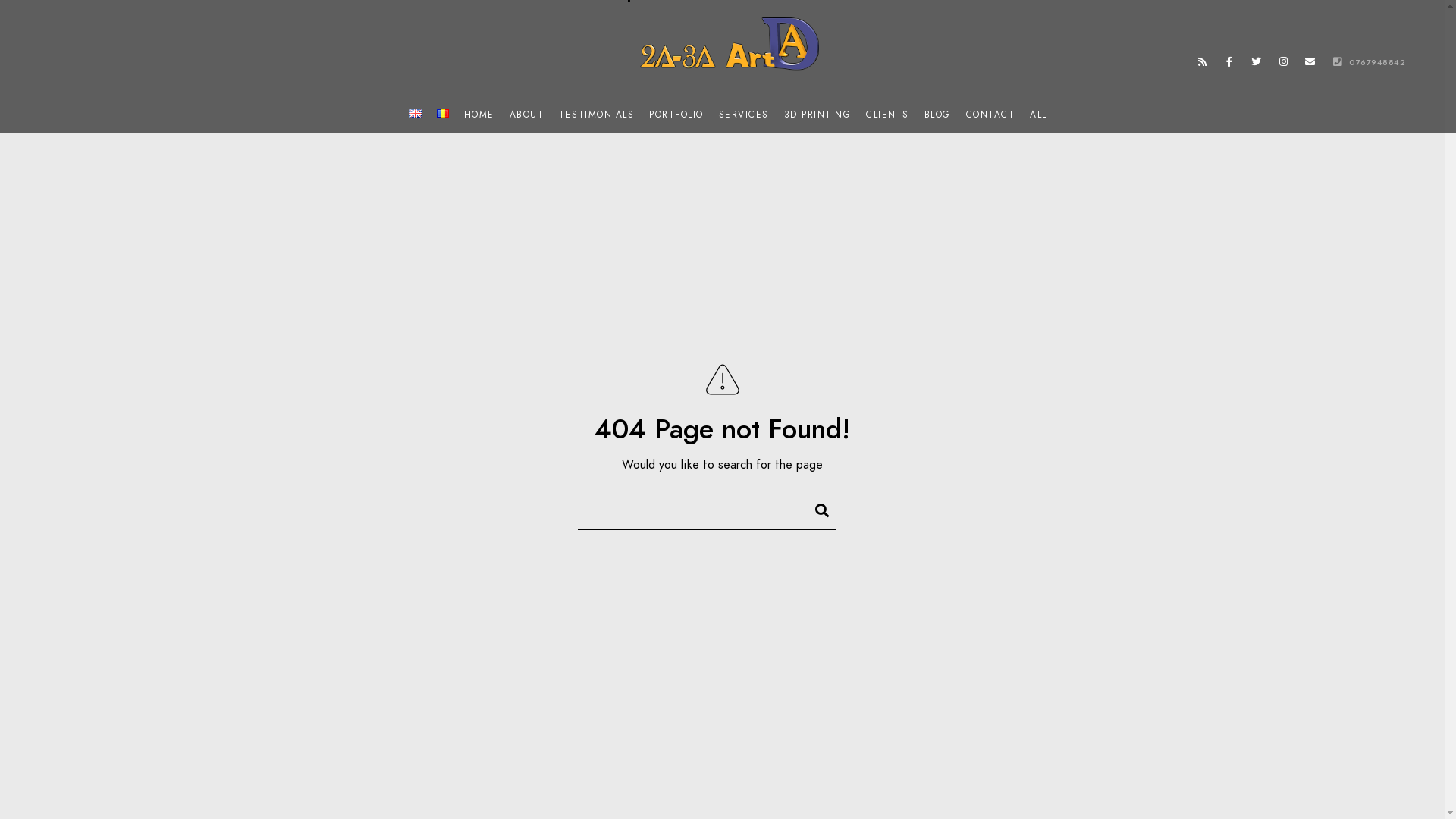 This screenshot has height=819, width=1456. Describe the element at coordinates (595, 113) in the screenshot. I see `'TESTIMONIALS'` at that location.